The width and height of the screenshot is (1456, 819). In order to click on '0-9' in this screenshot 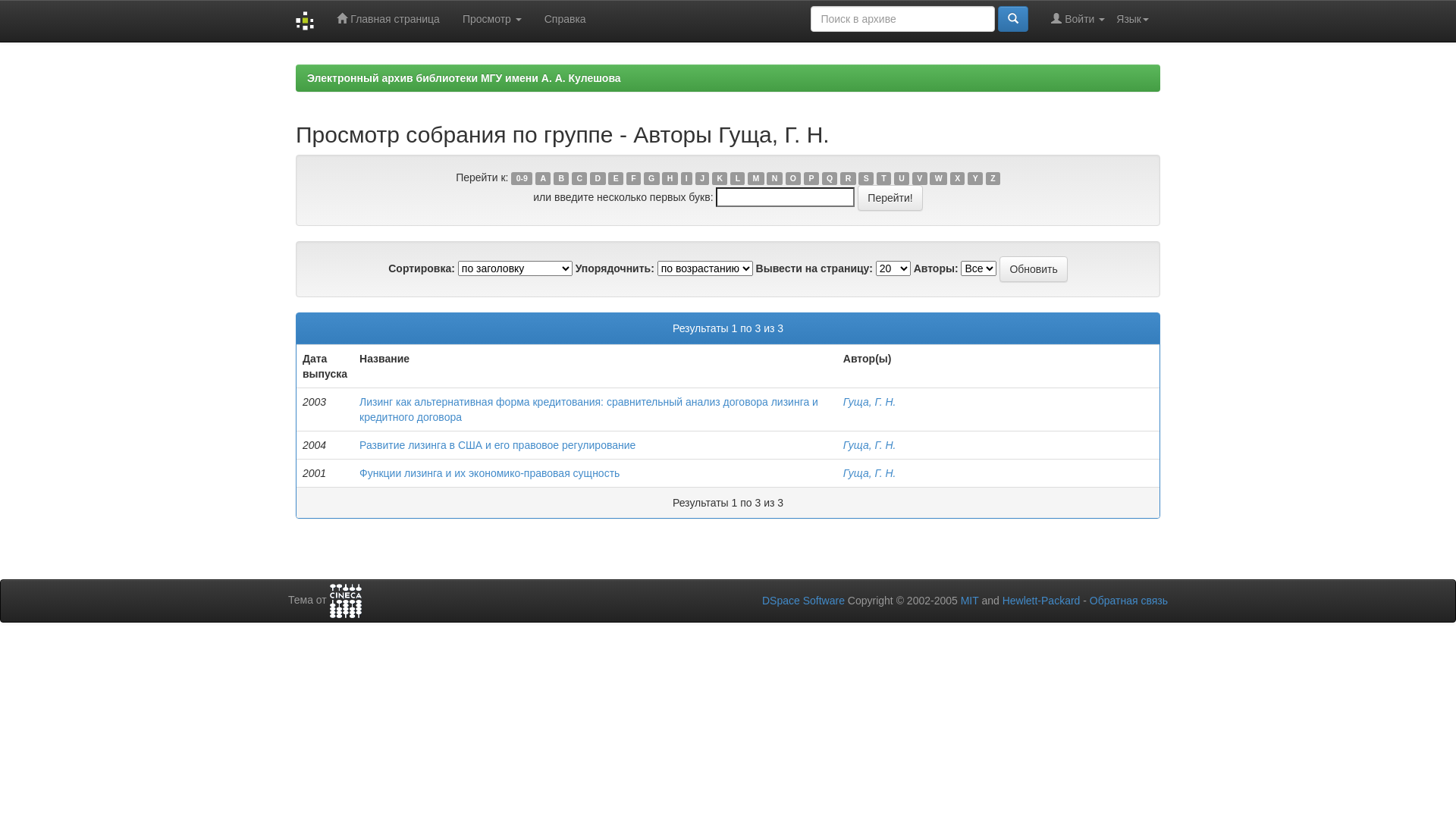, I will do `click(521, 177)`.